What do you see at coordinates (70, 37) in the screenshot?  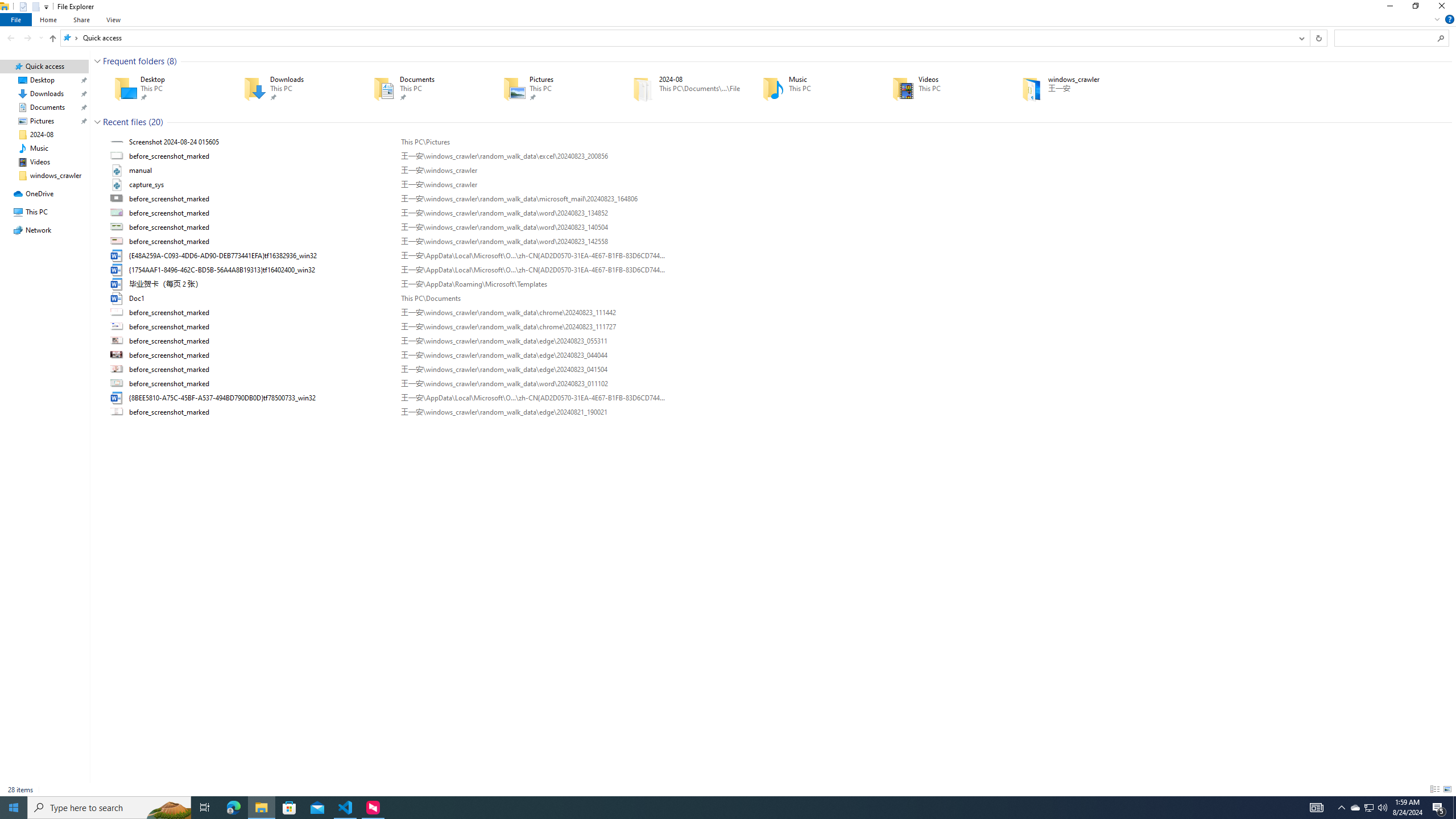 I see `'All locations'` at bounding box center [70, 37].